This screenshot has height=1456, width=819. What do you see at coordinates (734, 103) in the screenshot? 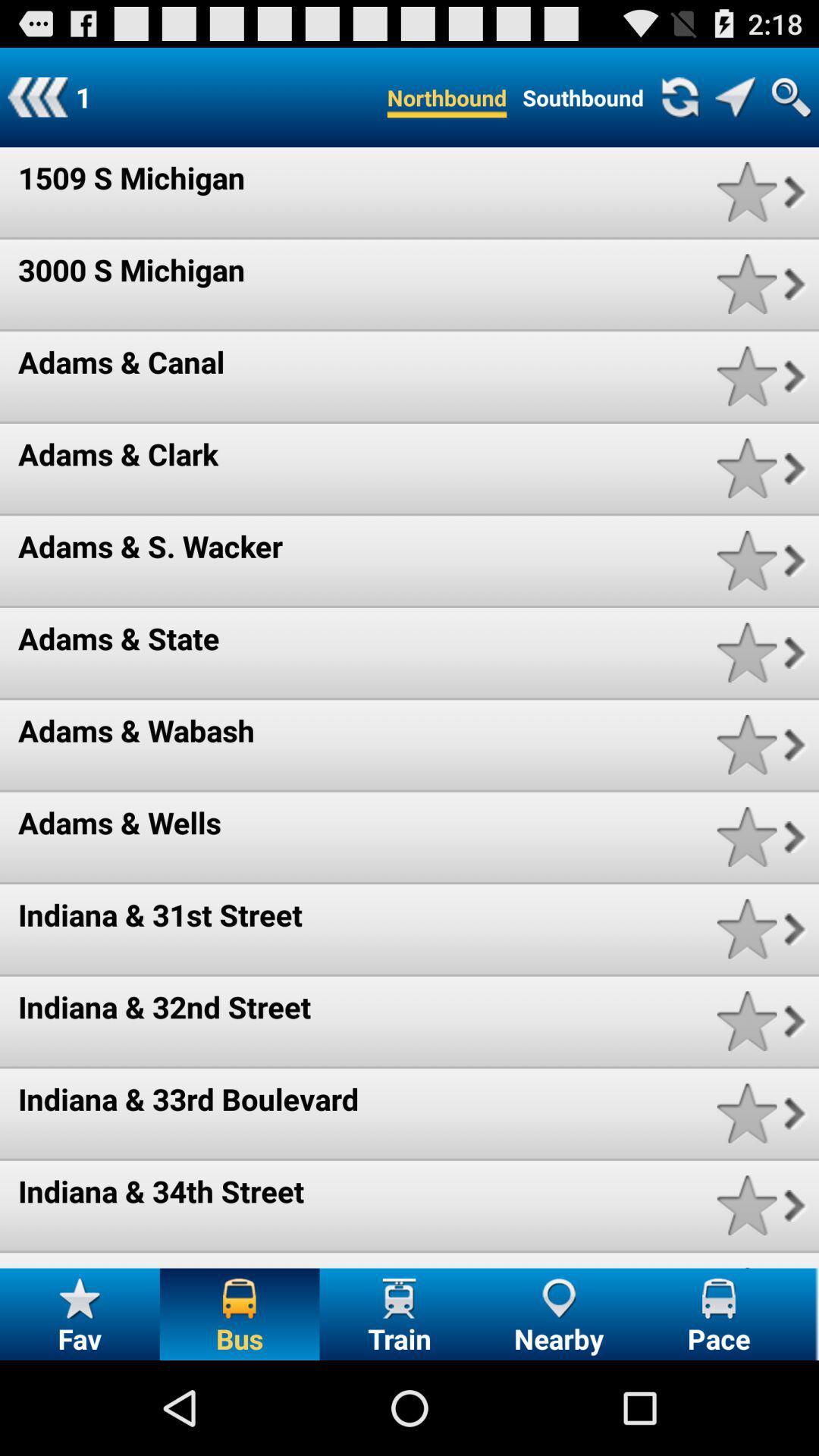
I see `the navigation icon` at bounding box center [734, 103].